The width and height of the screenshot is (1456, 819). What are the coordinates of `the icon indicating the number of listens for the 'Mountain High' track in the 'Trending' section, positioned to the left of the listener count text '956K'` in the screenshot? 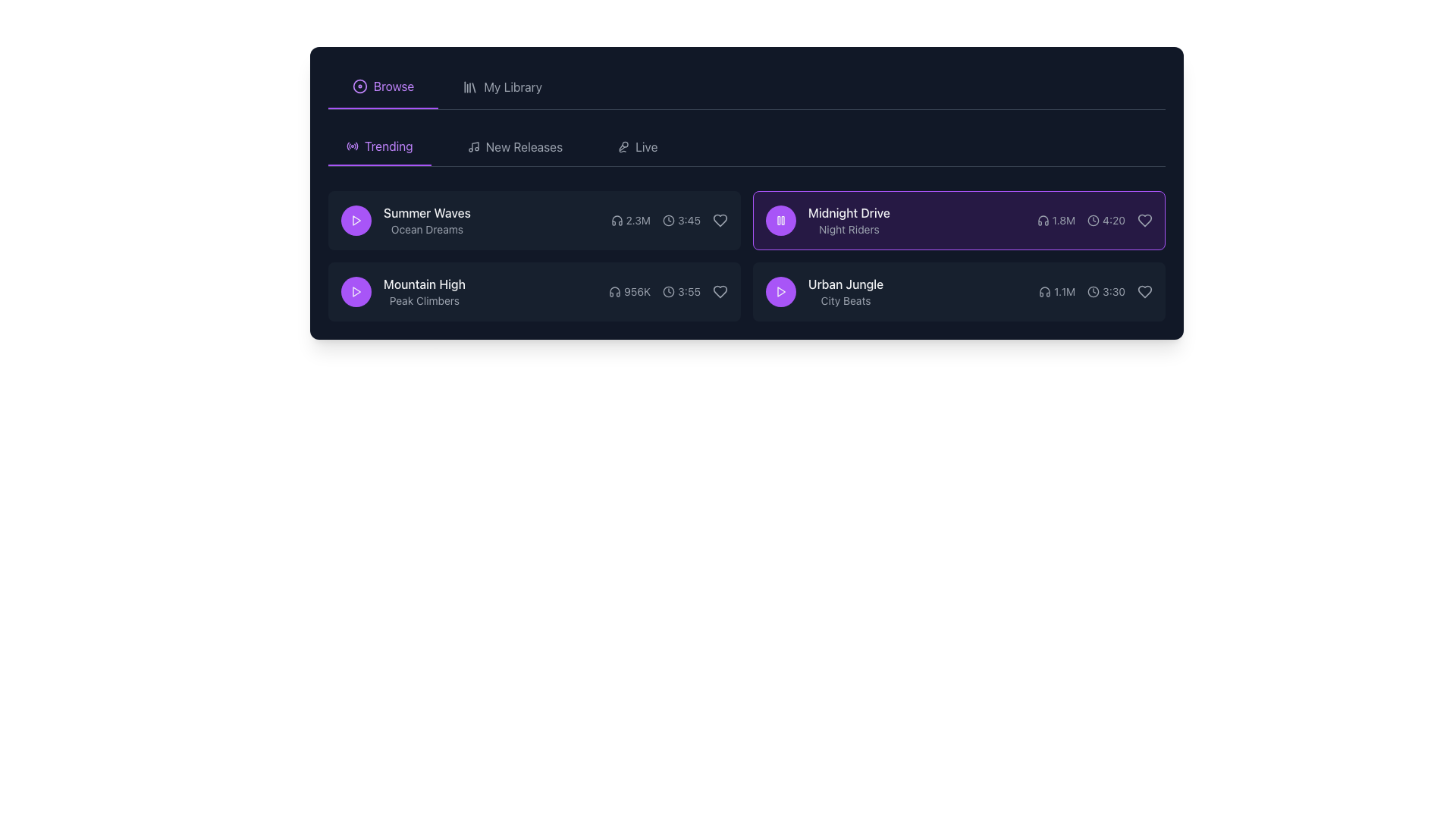 It's located at (615, 292).